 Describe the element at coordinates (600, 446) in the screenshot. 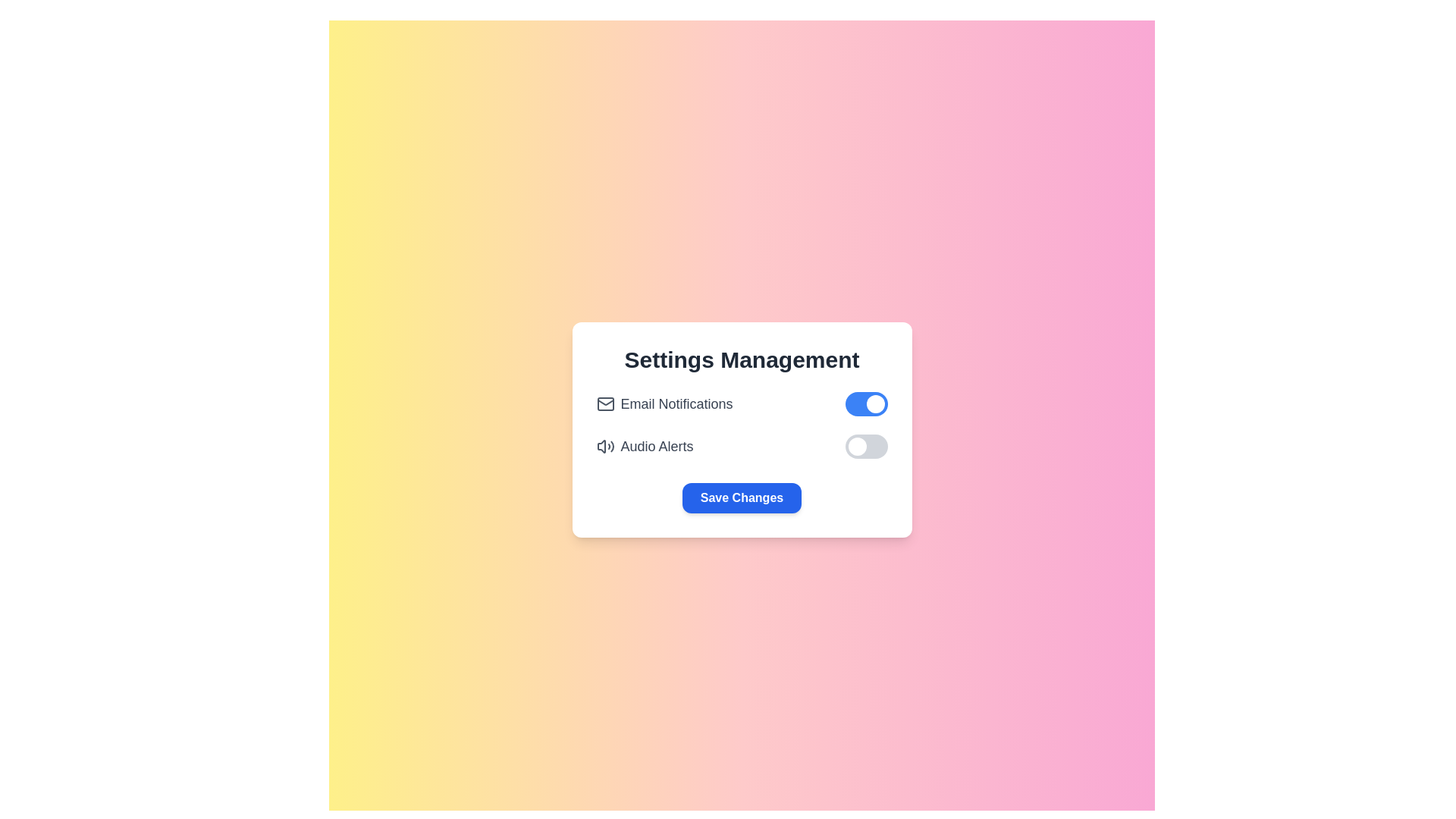

I see `the leftmost portion of the speaker icon representing the 'Audio Alerts' sound settings in the settings menu` at that location.